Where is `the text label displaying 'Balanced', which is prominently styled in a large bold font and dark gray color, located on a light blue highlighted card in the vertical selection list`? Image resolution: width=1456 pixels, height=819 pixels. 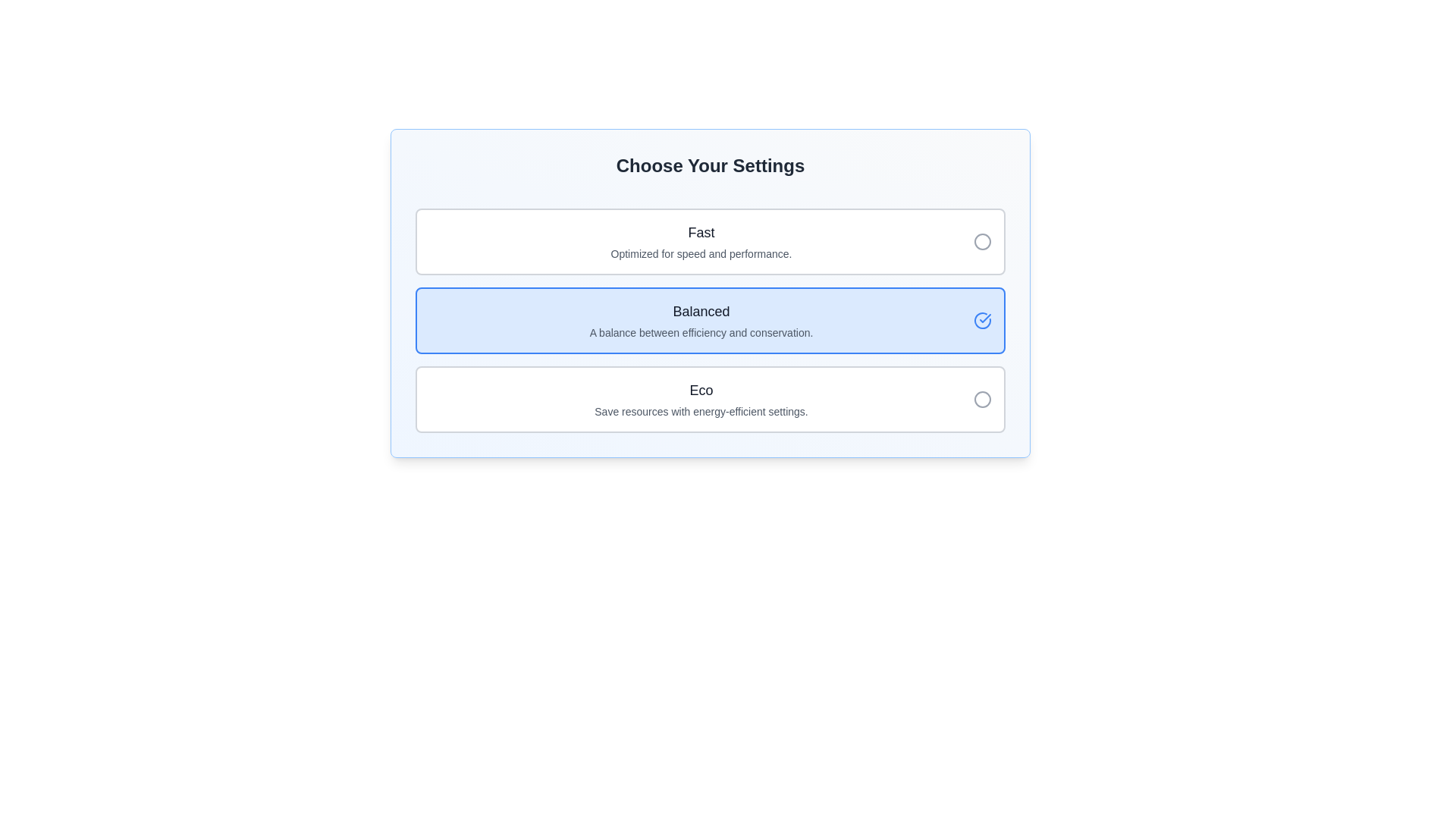
the text label displaying 'Balanced', which is prominently styled in a large bold font and dark gray color, located on a light blue highlighted card in the vertical selection list is located at coordinates (701, 311).